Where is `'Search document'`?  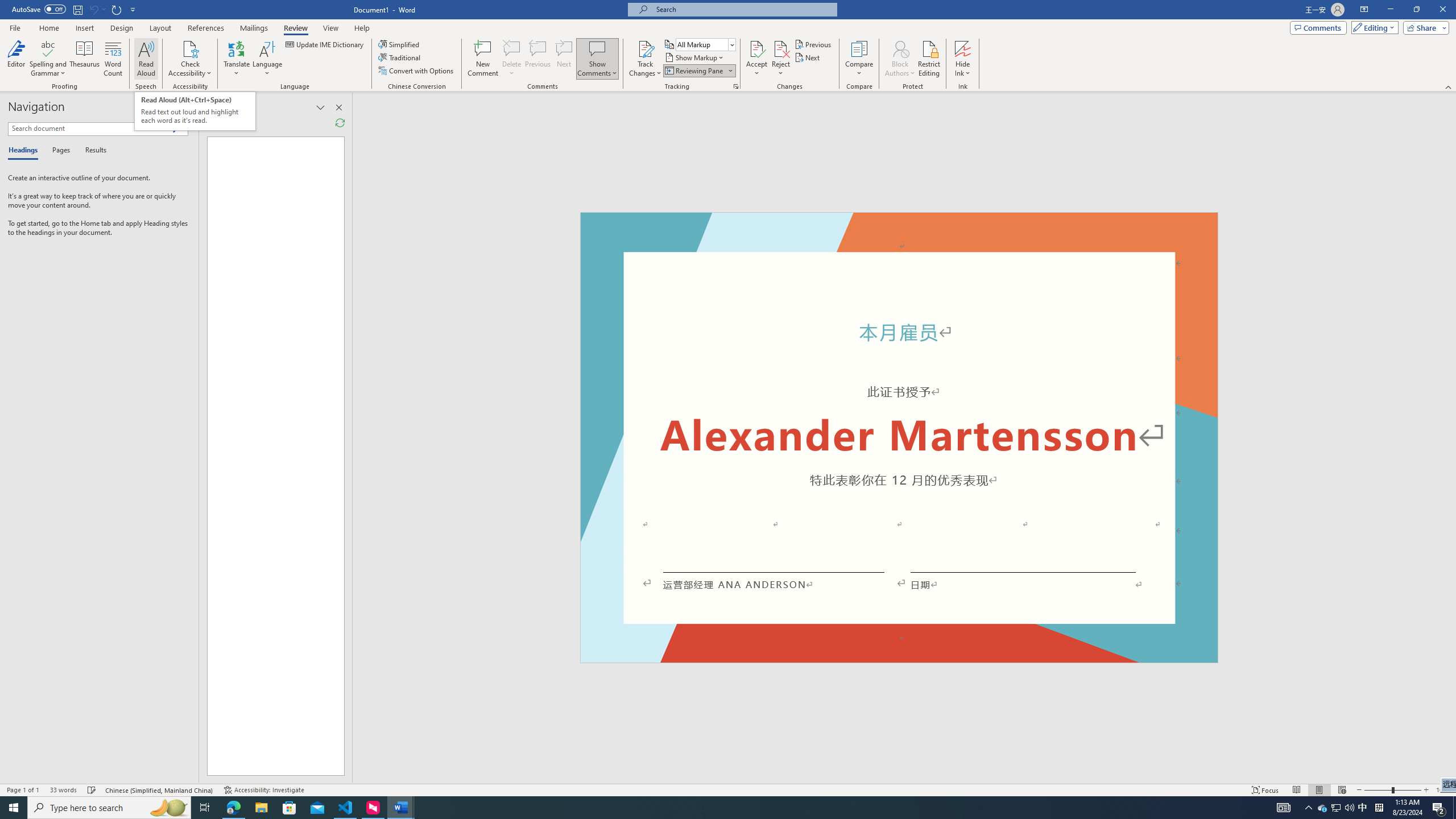 'Search document' is located at coordinates (90, 128).